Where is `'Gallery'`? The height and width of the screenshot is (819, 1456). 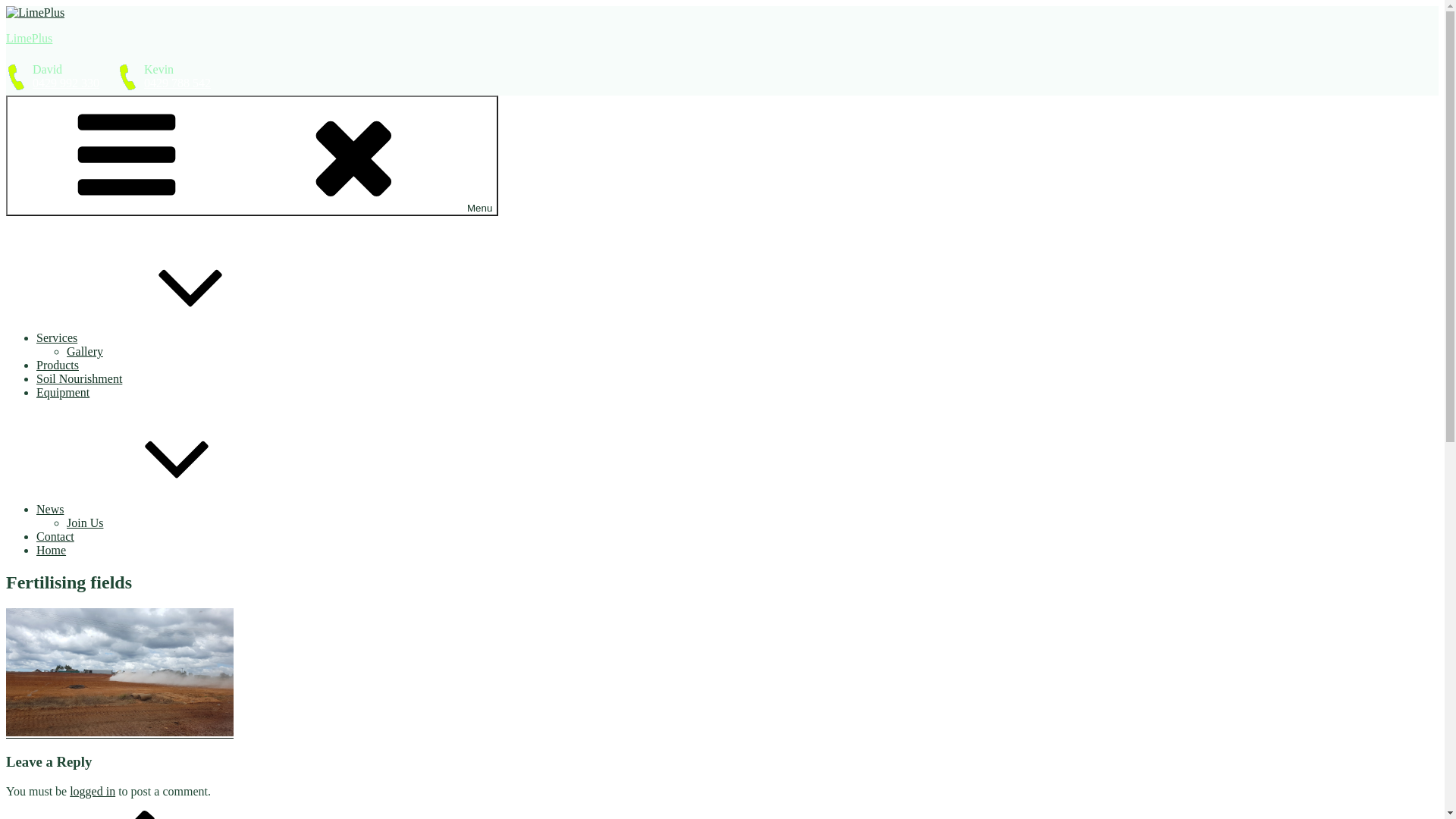 'Gallery' is located at coordinates (83, 351).